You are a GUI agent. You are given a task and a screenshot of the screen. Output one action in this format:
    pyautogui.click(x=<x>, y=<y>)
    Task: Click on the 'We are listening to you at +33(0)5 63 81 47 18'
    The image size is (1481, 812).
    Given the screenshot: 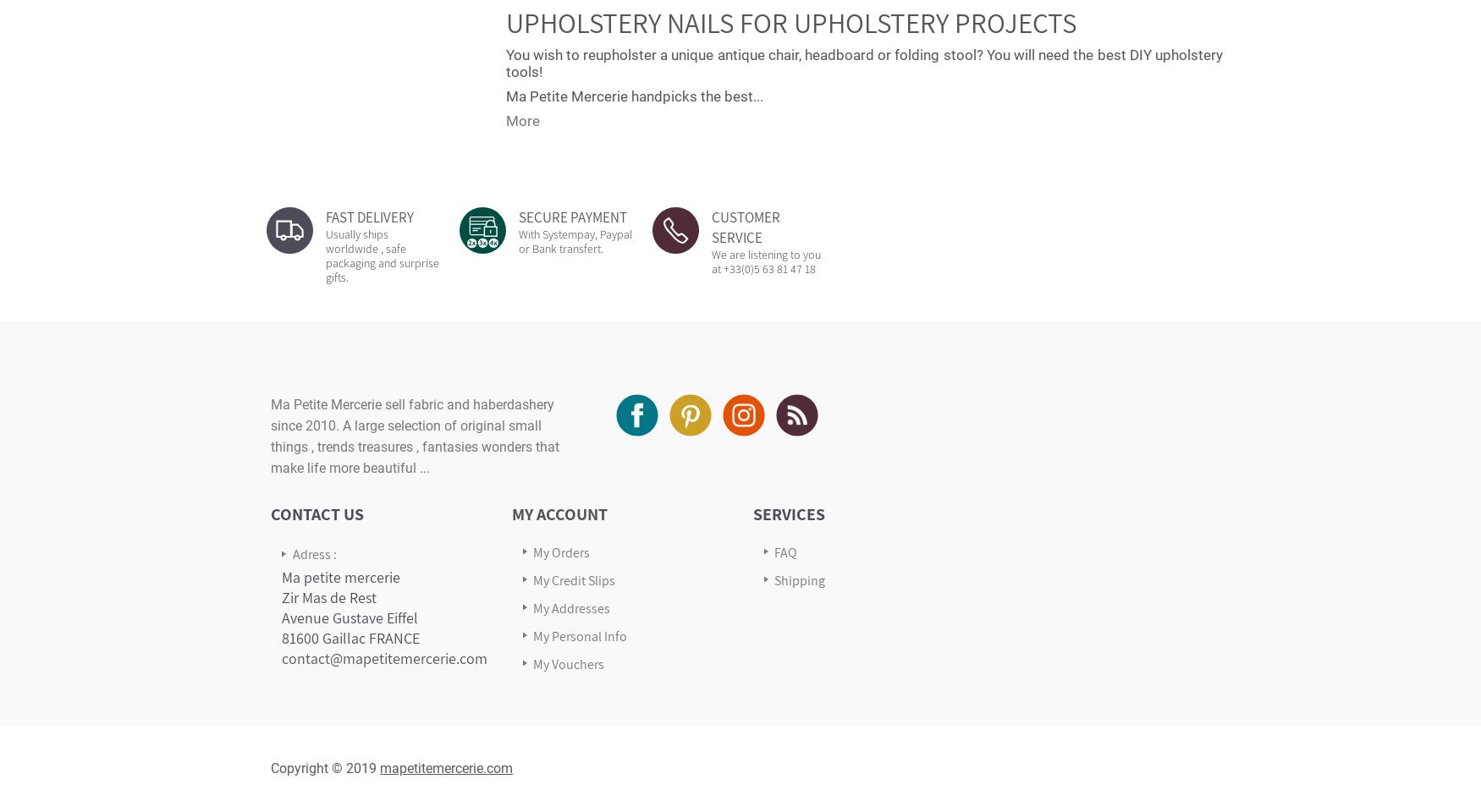 What is the action you would take?
    pyautogui.click(x=765, y=261)
    